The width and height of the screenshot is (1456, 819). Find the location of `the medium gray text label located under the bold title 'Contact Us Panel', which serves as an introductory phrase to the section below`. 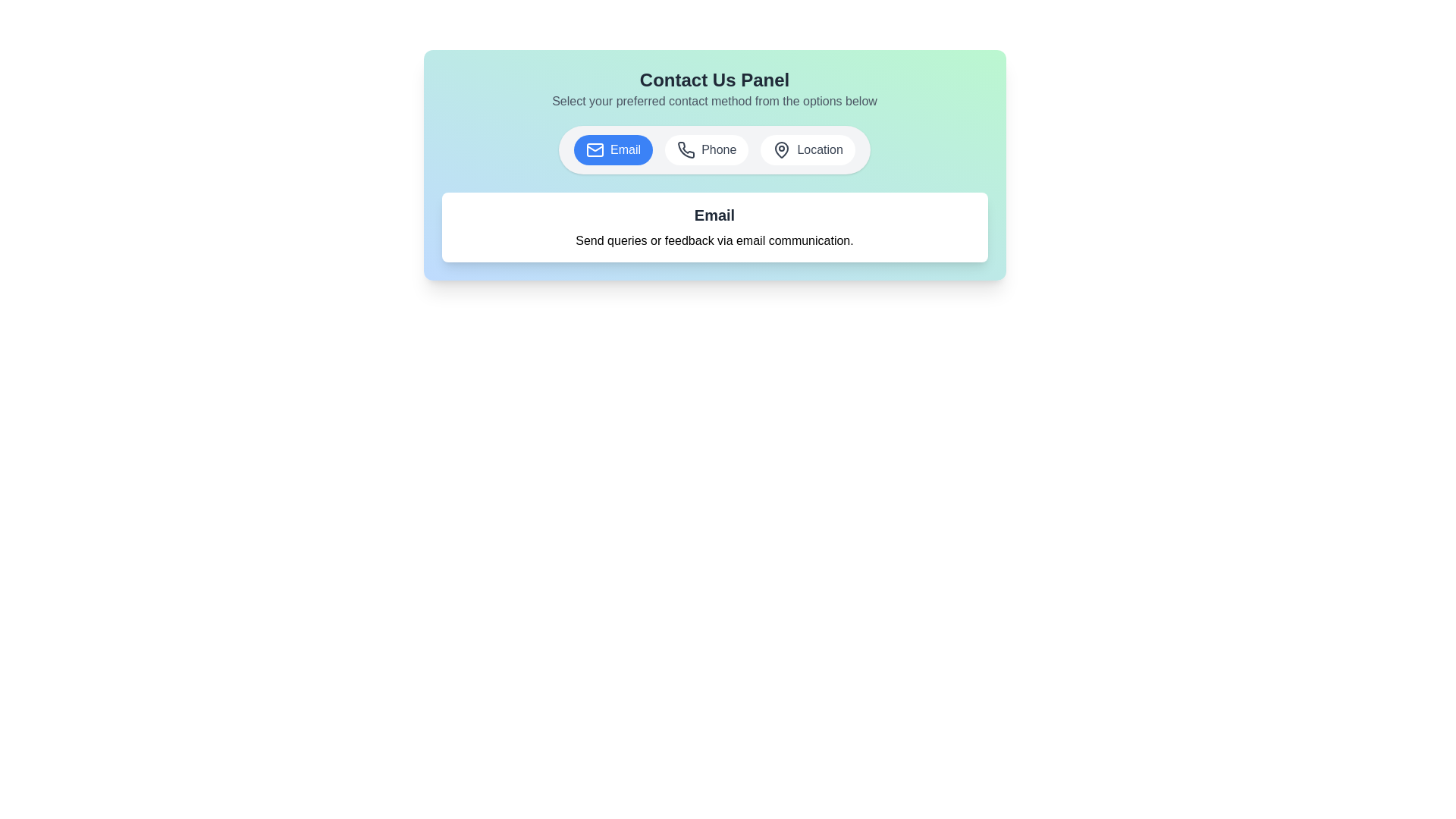

the medium gray text label located under the bold title 'Contact Us Panel', which serves as an introductory phrase to the section below is located at coordinates (714, 102).